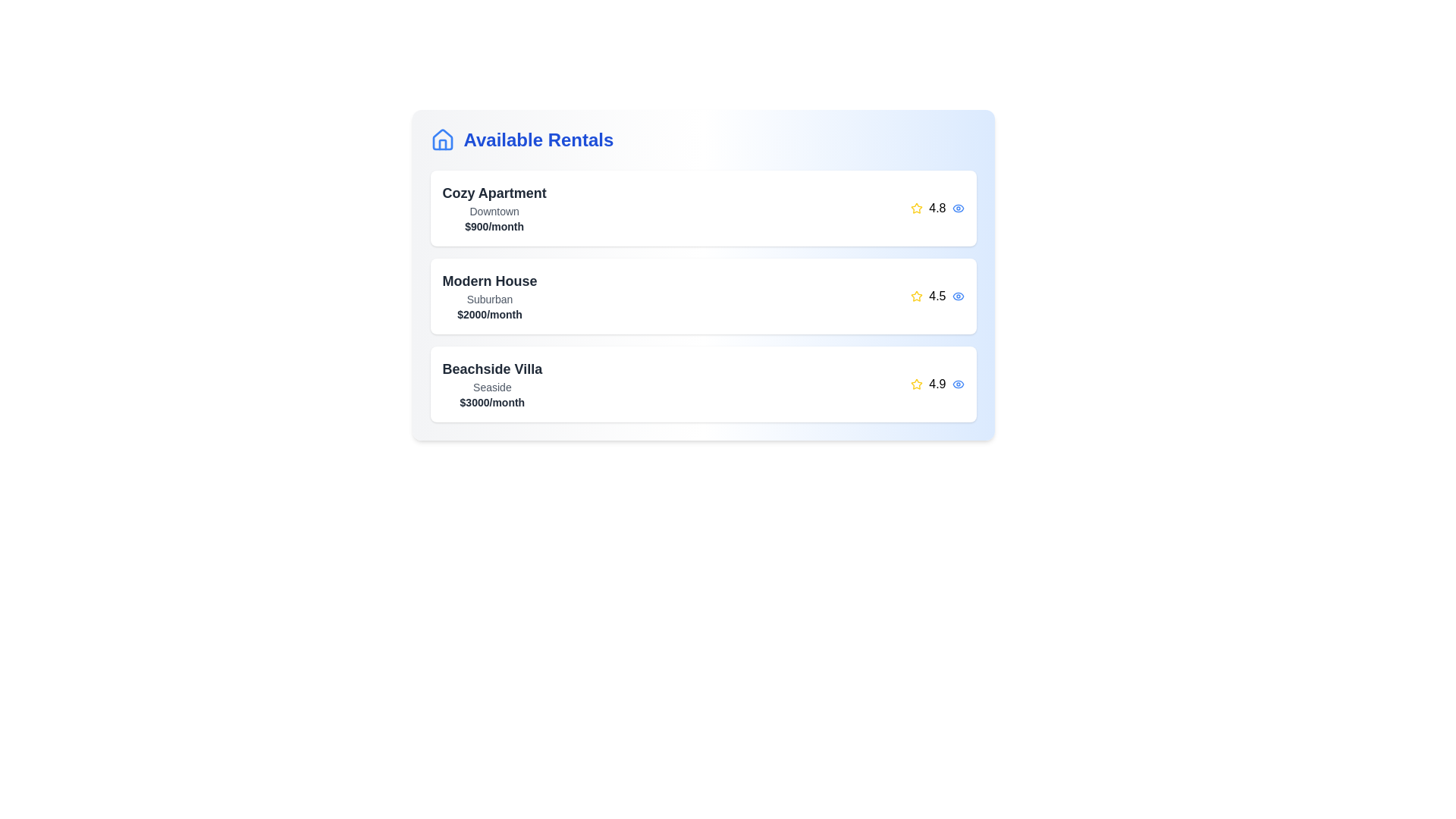  Describe the element at coordinates (957, 208) in the screenshot. I see `the eye icon for the rental listing corresponding to Cozy Apartment` at that location.